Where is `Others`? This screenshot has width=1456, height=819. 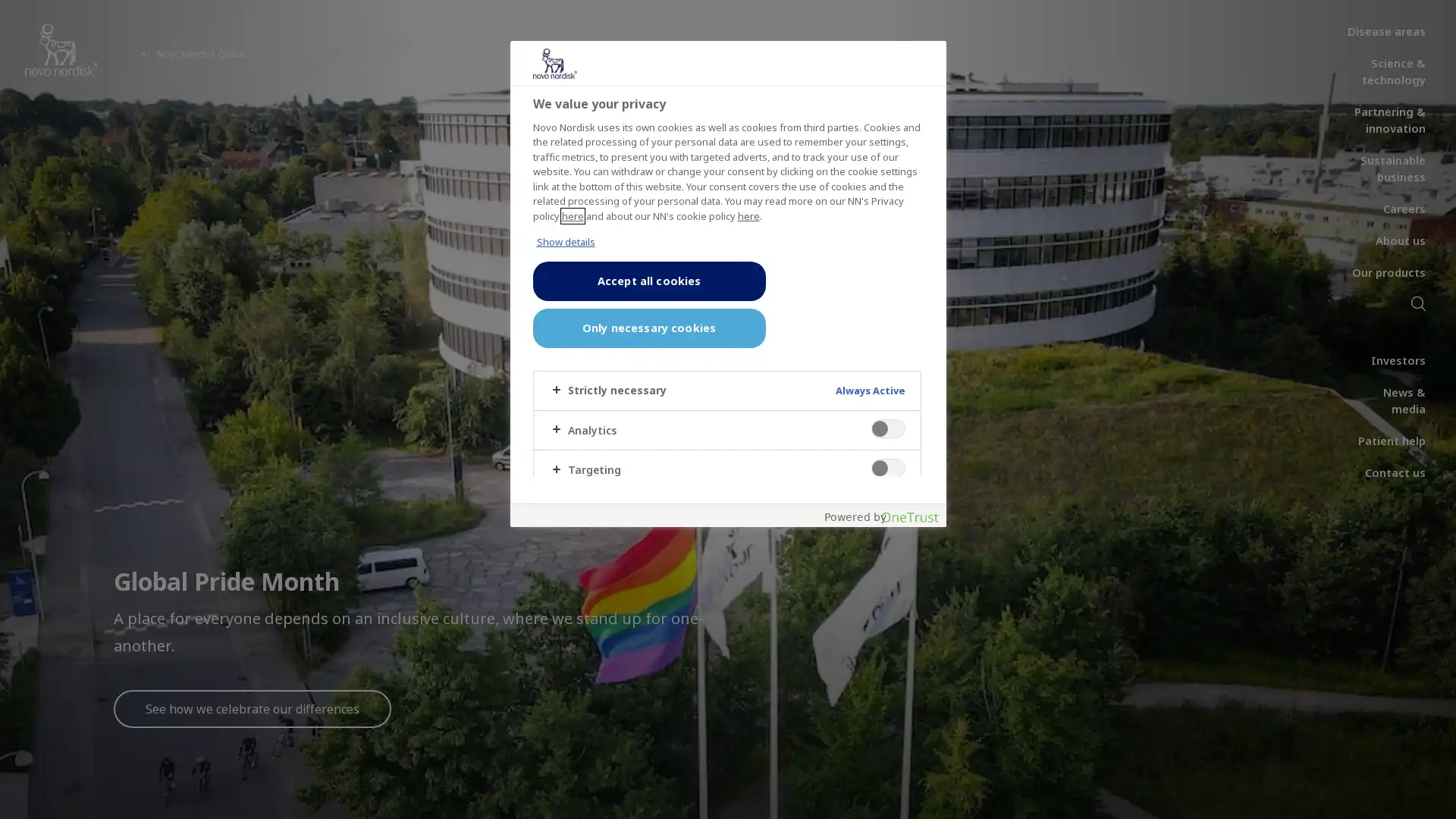 Others is located at coordinates (726, 509).